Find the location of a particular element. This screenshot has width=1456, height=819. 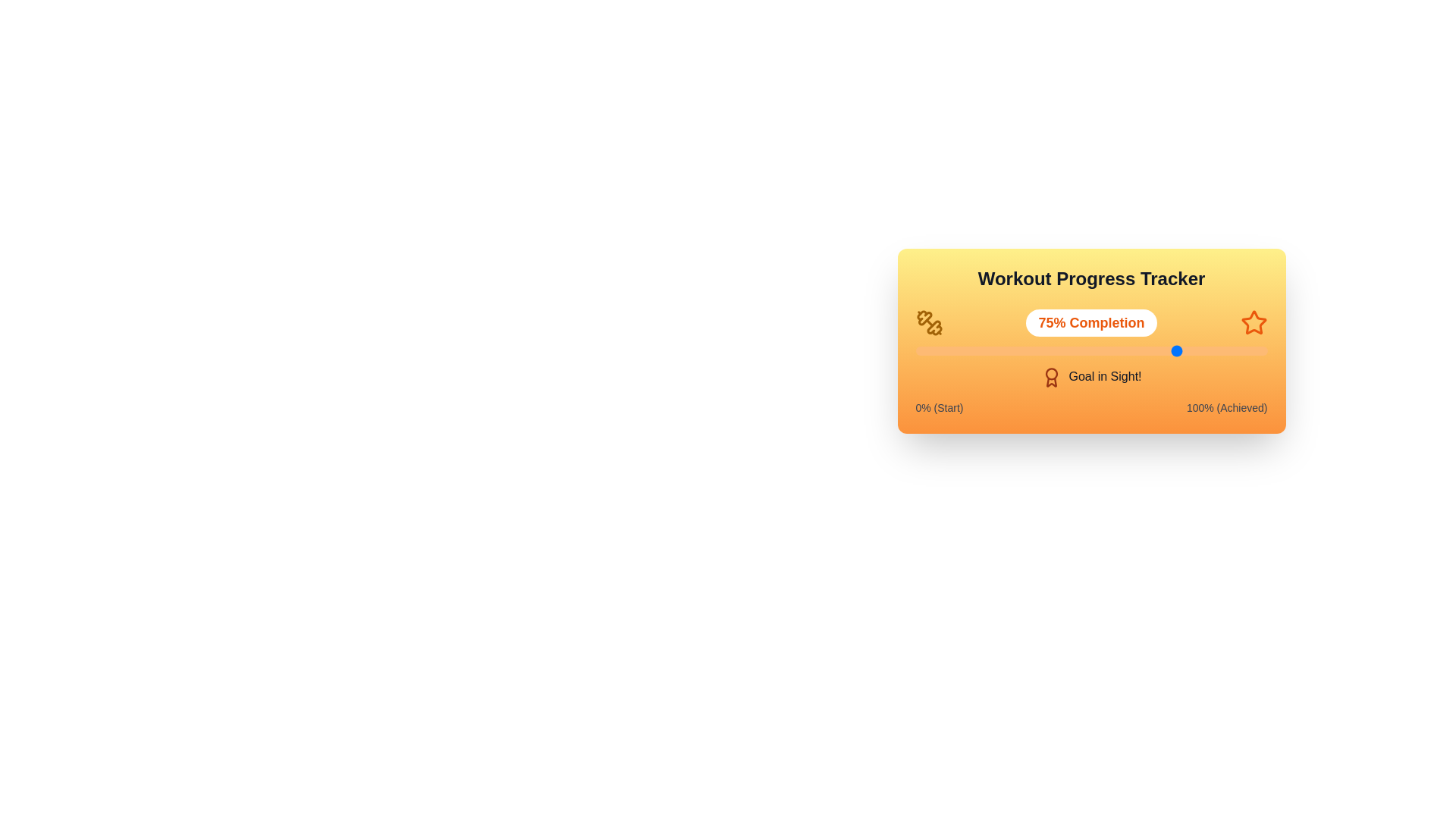

the progress slider to 10% is located at coordinates (949, 350).